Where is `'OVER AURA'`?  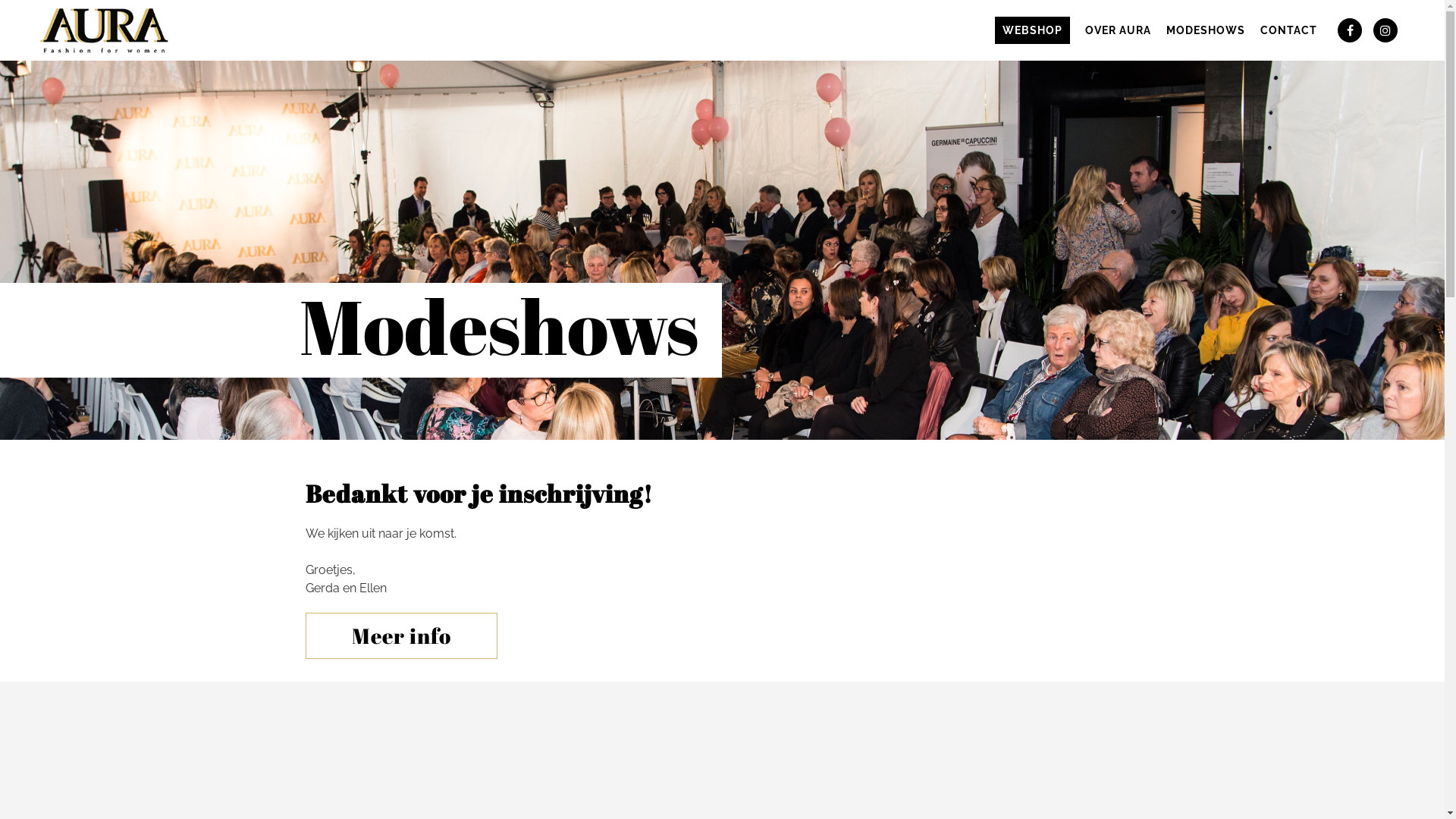
'OVER AURA' is located at coordinates (1118, 30).